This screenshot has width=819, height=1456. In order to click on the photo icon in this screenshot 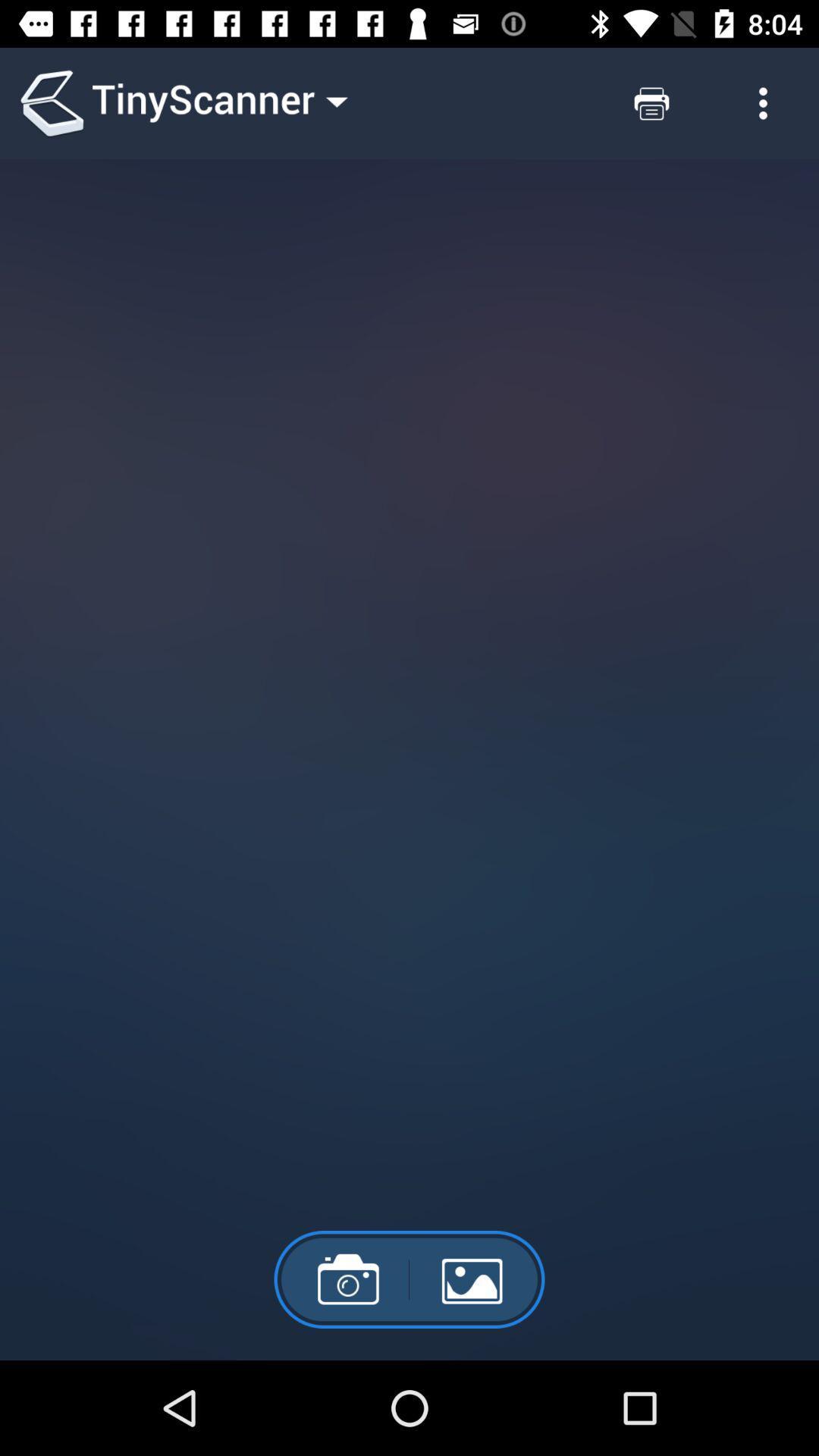, I will do `click(341, 1279)`.